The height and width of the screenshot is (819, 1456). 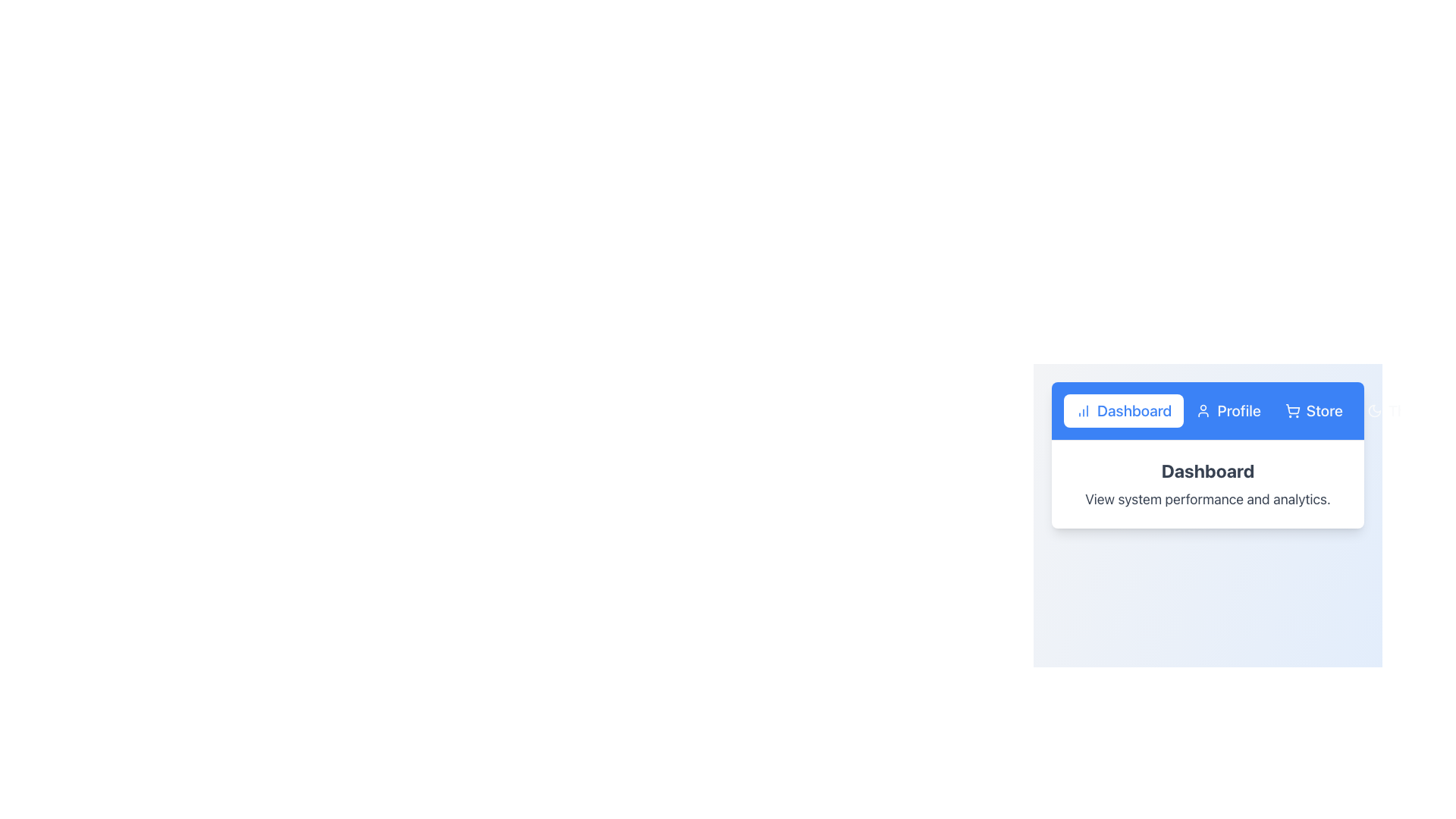 What do you see at coordinates (1401, 411) in the screenshot?
I see `the 'Theme' button, which is the last item in the horizontal navigation bar, to change its style` at bounding box center [1401, 411].